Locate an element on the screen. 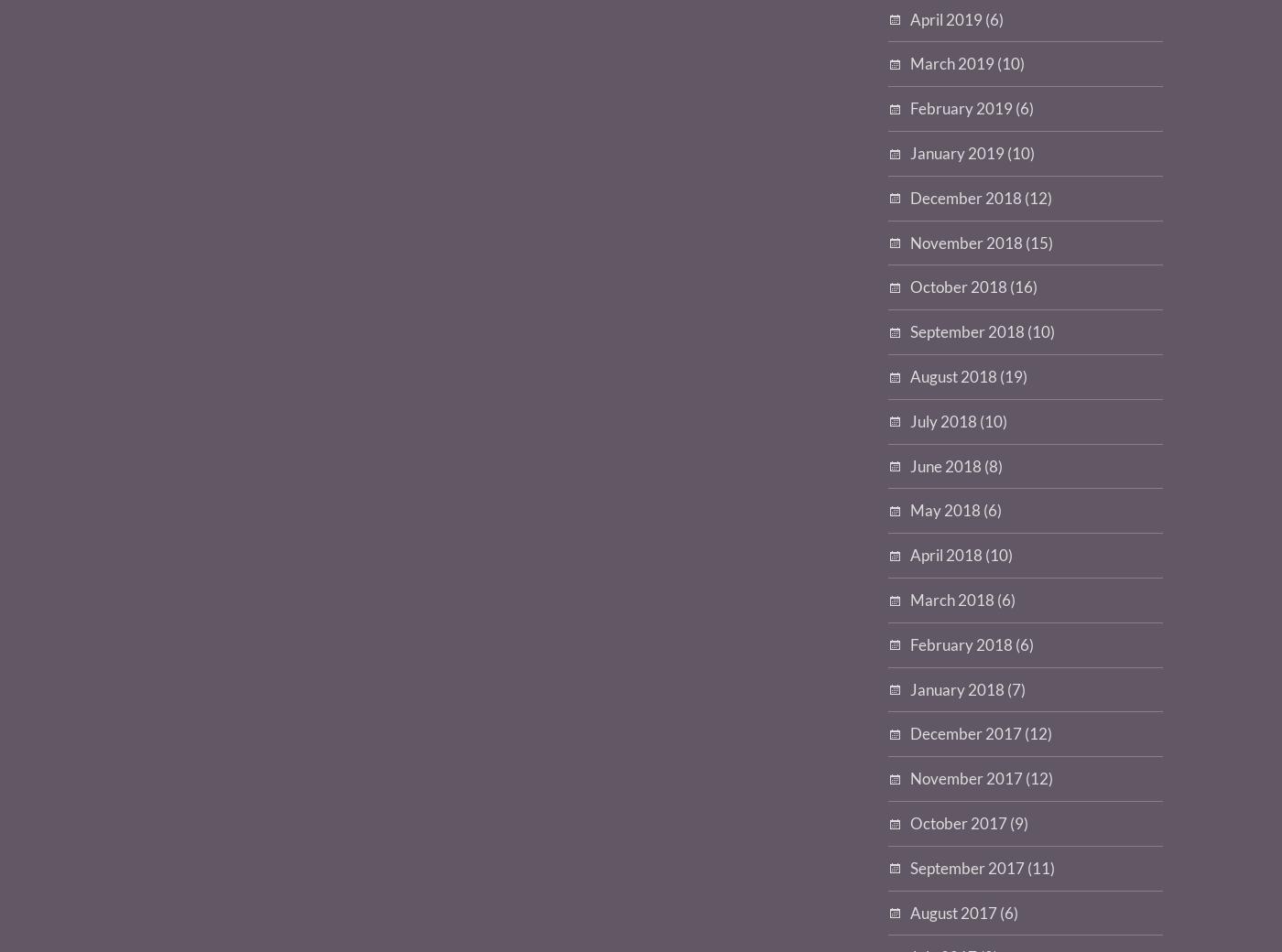 This screenshot has width=1282, height=952. 'February 2018' is located at coordinates (961, 644).